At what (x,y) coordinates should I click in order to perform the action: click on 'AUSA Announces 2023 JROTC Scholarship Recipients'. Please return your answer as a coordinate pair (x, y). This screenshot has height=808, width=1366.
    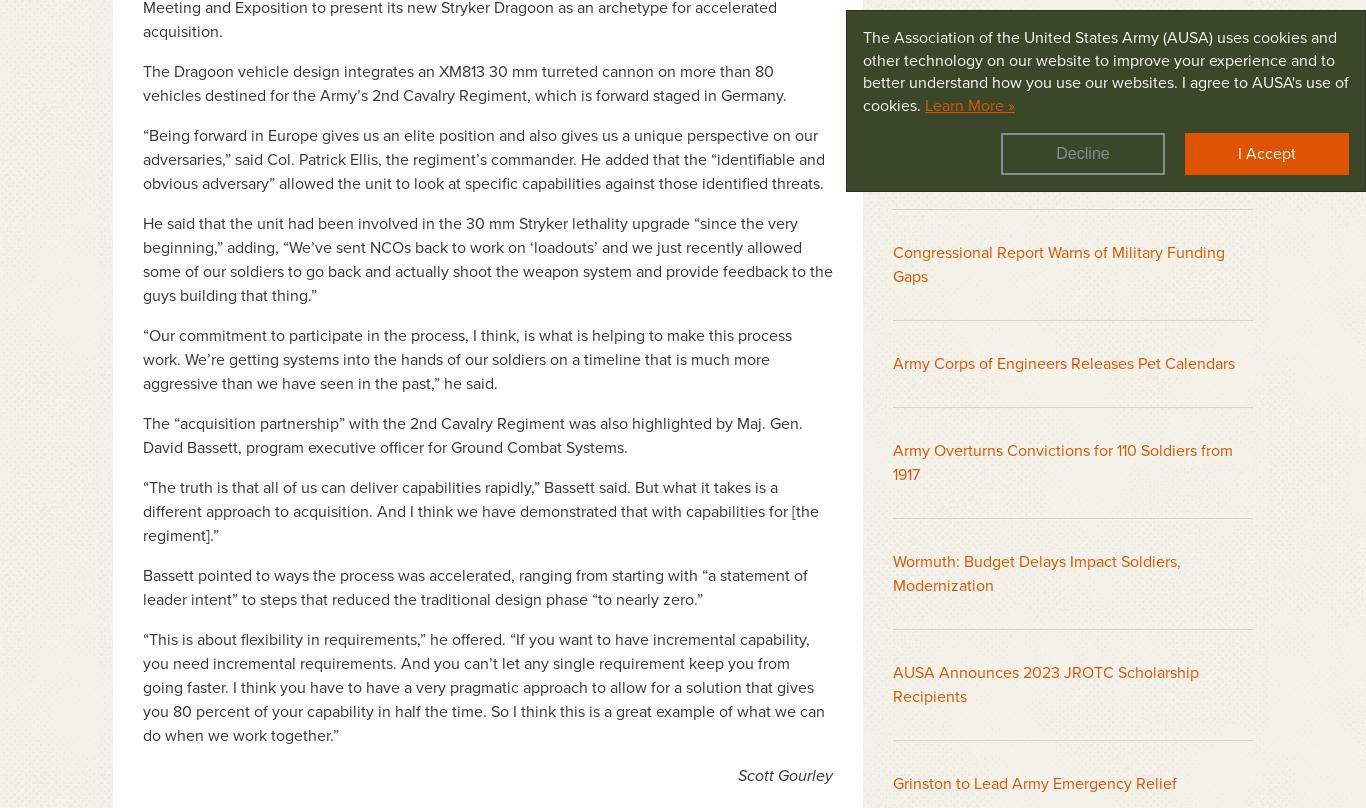
    Looking at the image, I should click on (891, 683).